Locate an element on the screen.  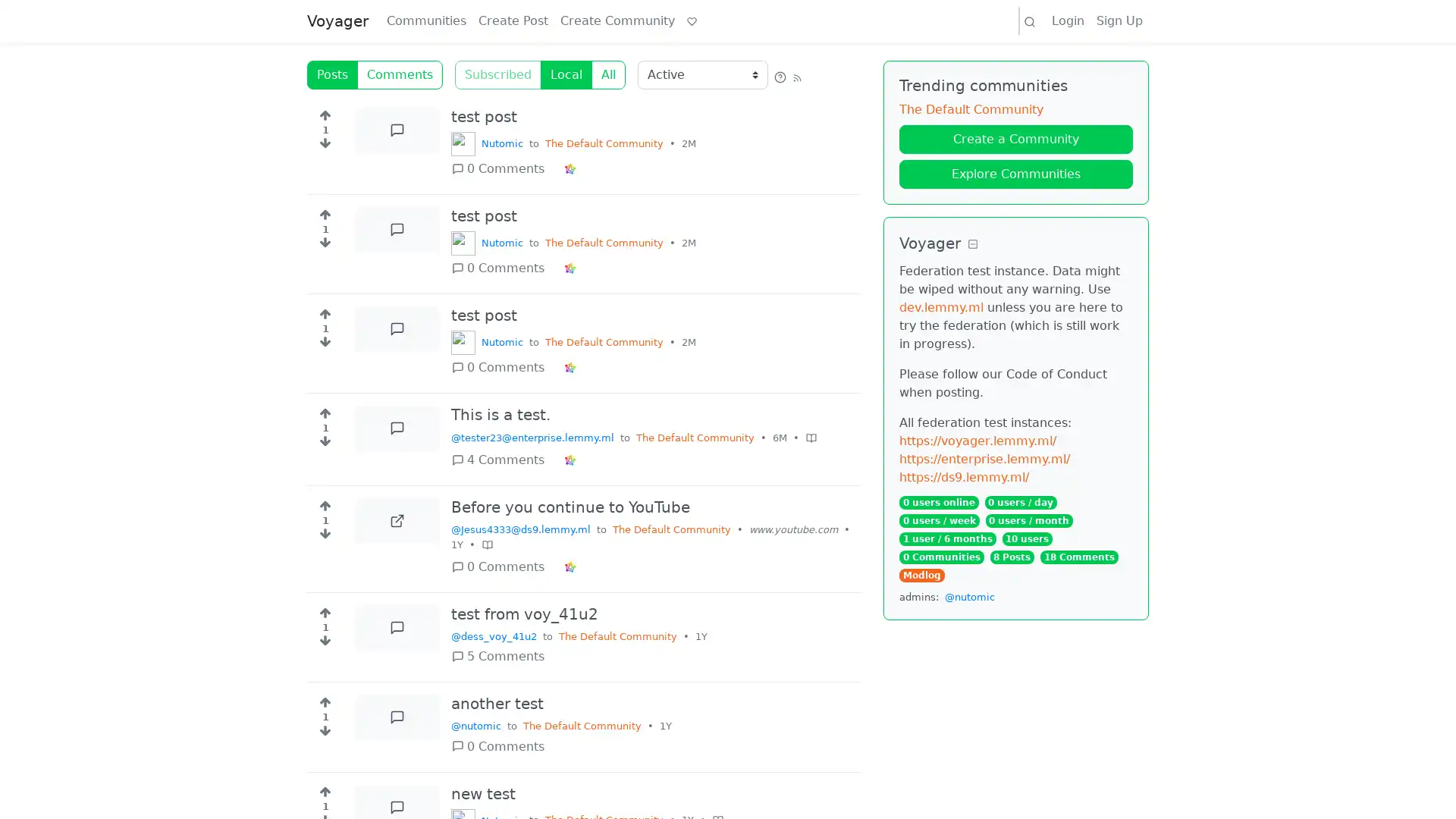
0 Comments is located at coordinates (502, 745).